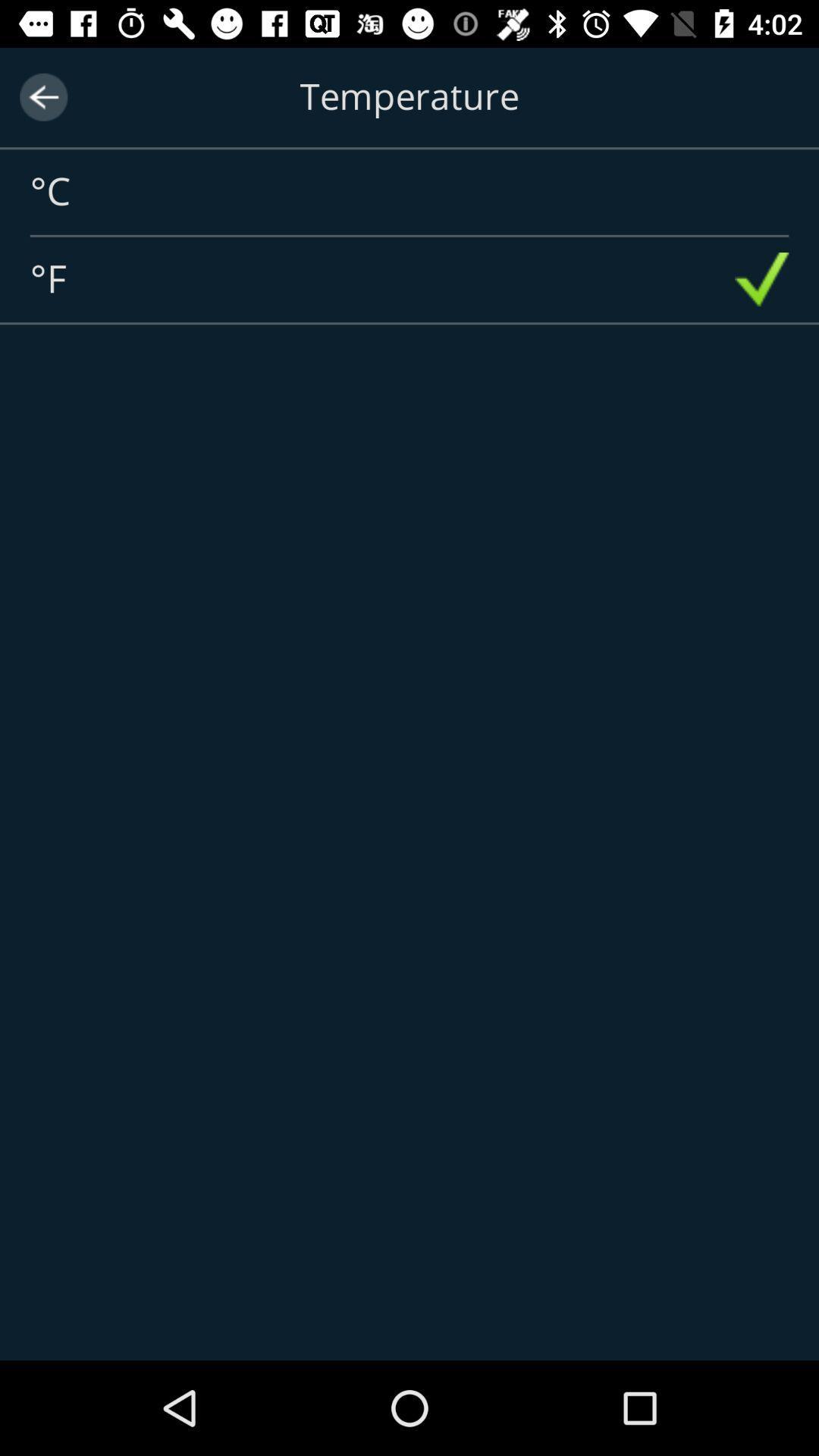  Describe the element at coordinates (42, 96) in the screenshot. I see `the arrow_backward icon` at that location.